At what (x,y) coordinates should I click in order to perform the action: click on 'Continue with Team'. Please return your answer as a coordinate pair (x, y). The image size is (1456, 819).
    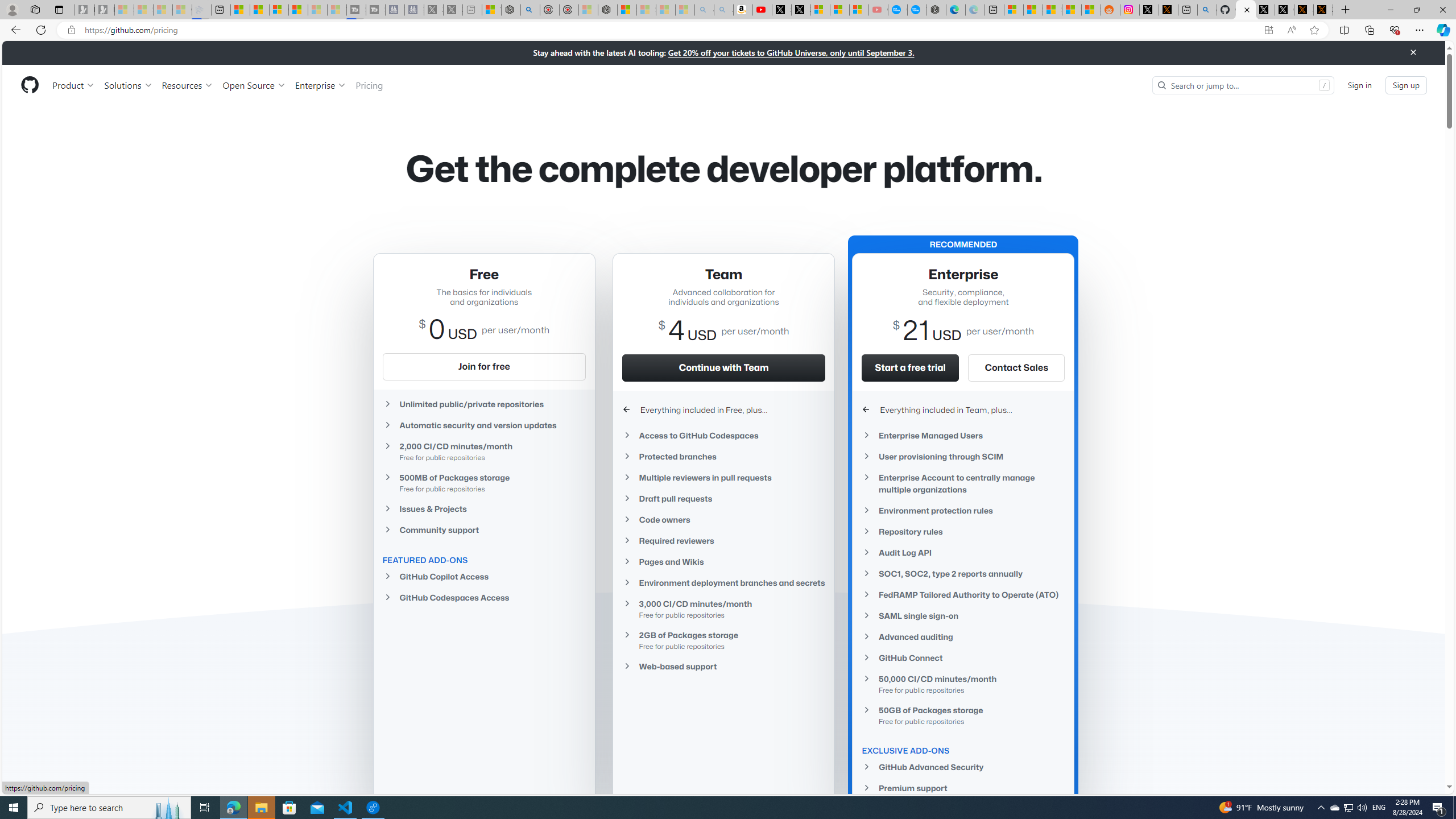
    Looking at the image, I should click on (723, 367).